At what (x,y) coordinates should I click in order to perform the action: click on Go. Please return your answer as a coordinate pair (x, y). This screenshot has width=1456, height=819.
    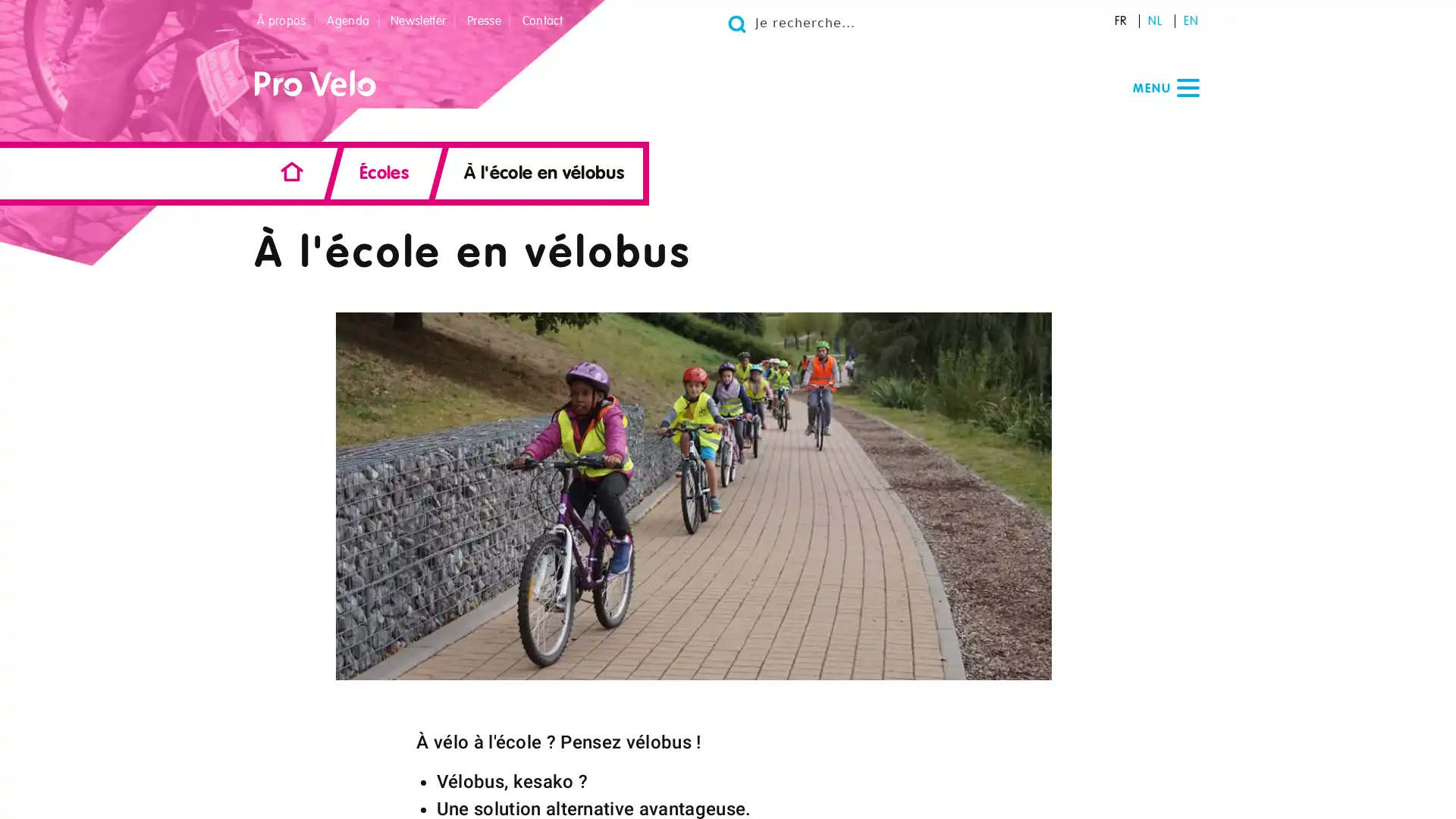
    Looking at the image, I should click on (736, 23).